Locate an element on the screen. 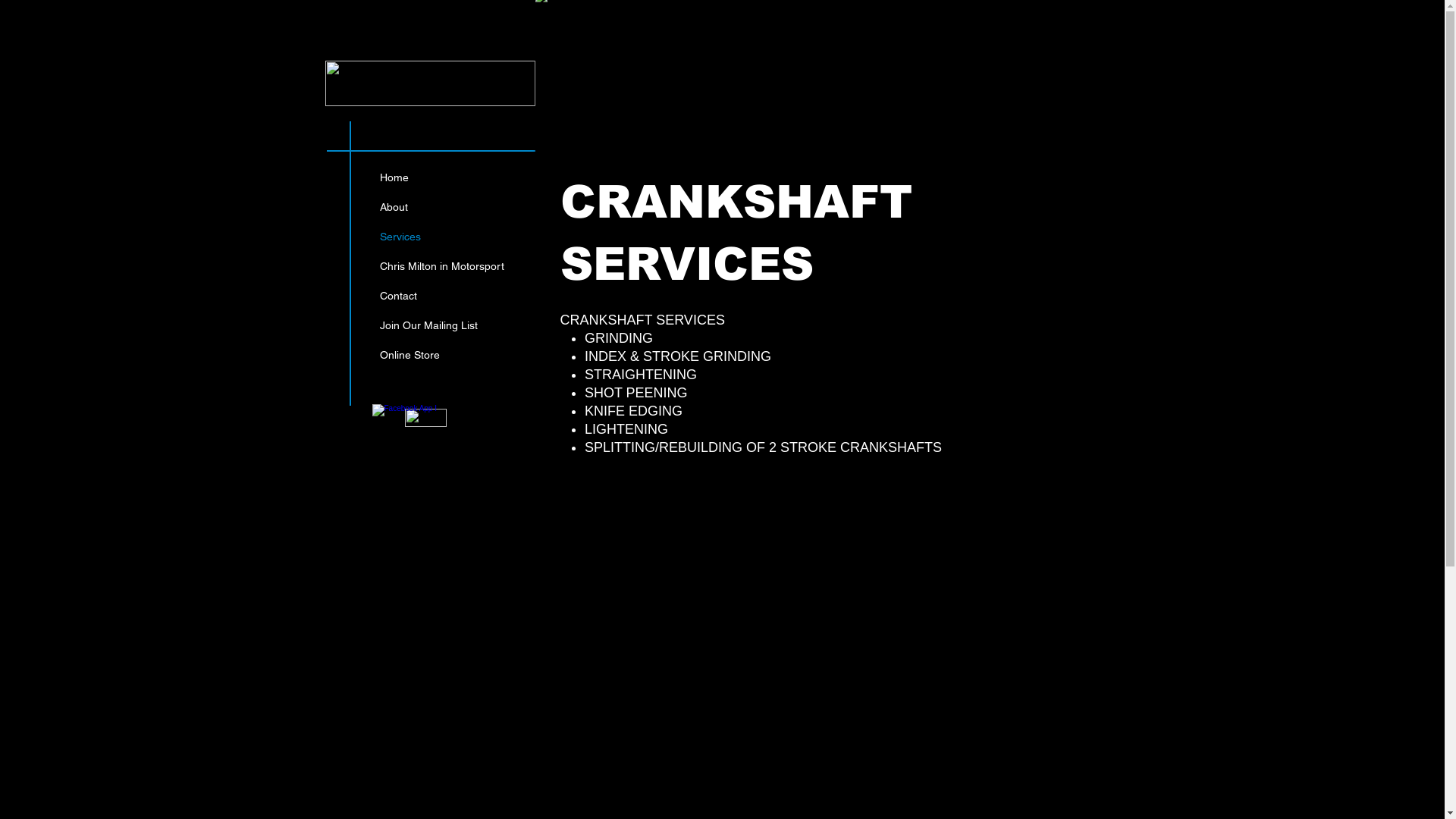 This screenshot has height=819, width=1456. 'Services' is located at coordinates (371, 237).